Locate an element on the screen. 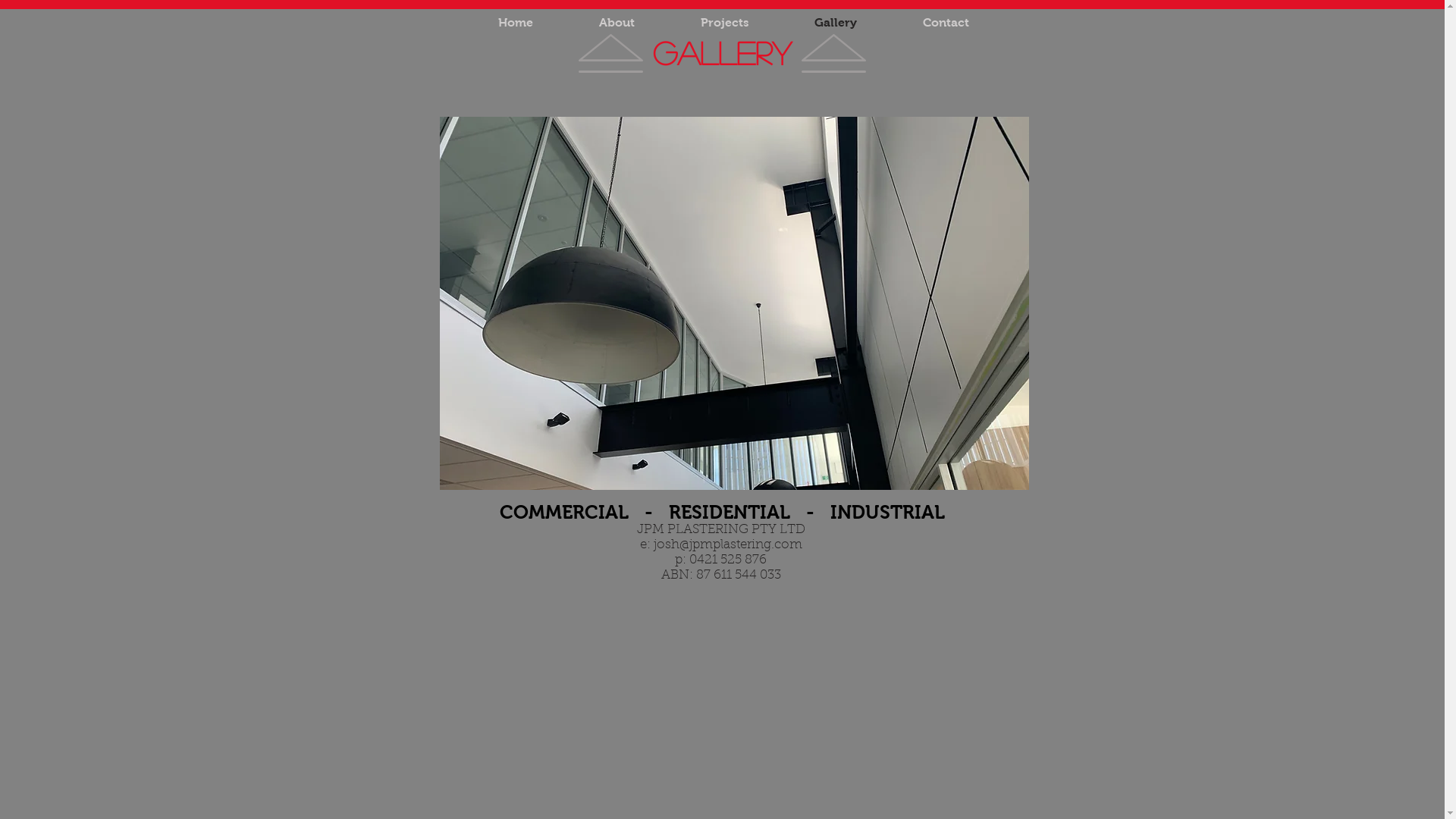  'Gallery' is located at coordinates (834, 23).